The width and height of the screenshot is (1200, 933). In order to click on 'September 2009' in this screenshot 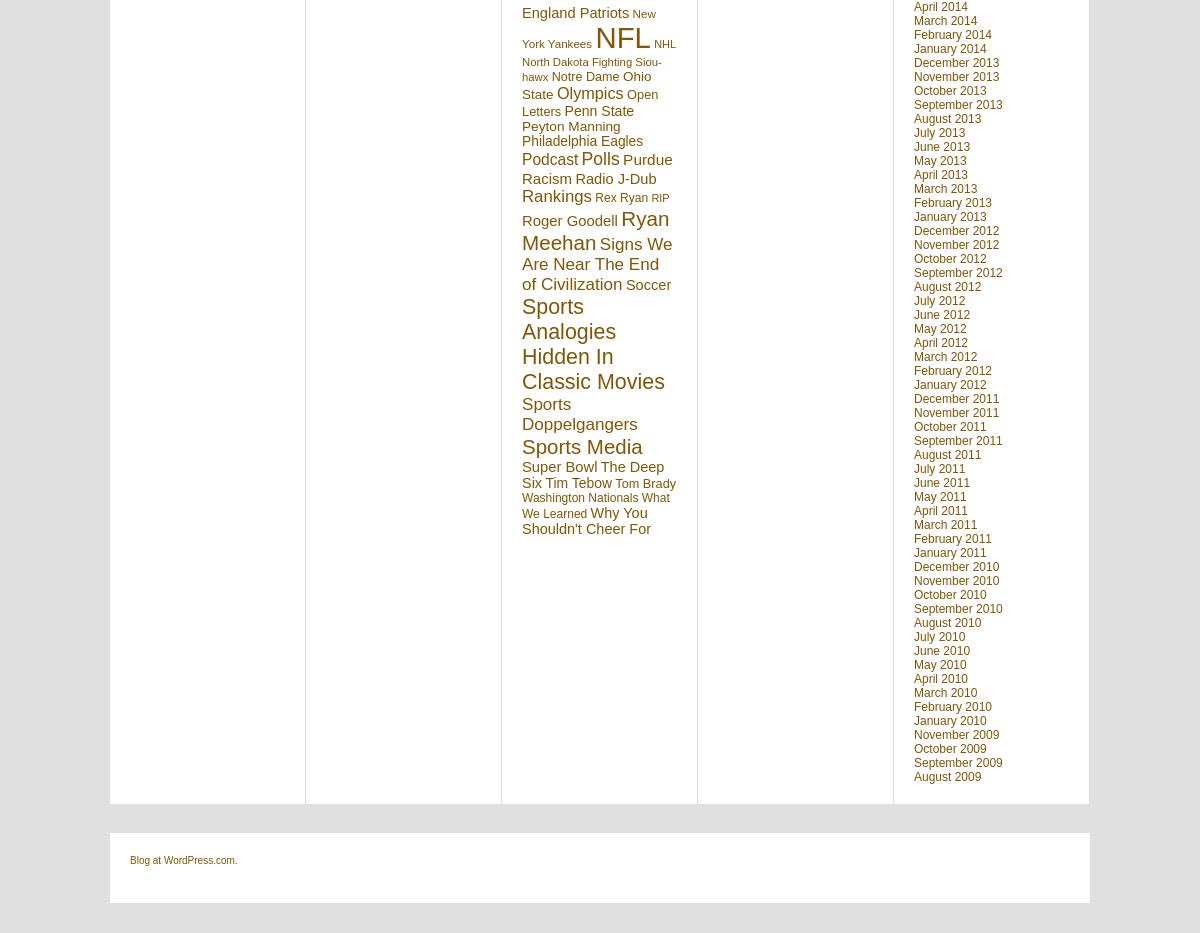, I will do `click(957, 762)`.